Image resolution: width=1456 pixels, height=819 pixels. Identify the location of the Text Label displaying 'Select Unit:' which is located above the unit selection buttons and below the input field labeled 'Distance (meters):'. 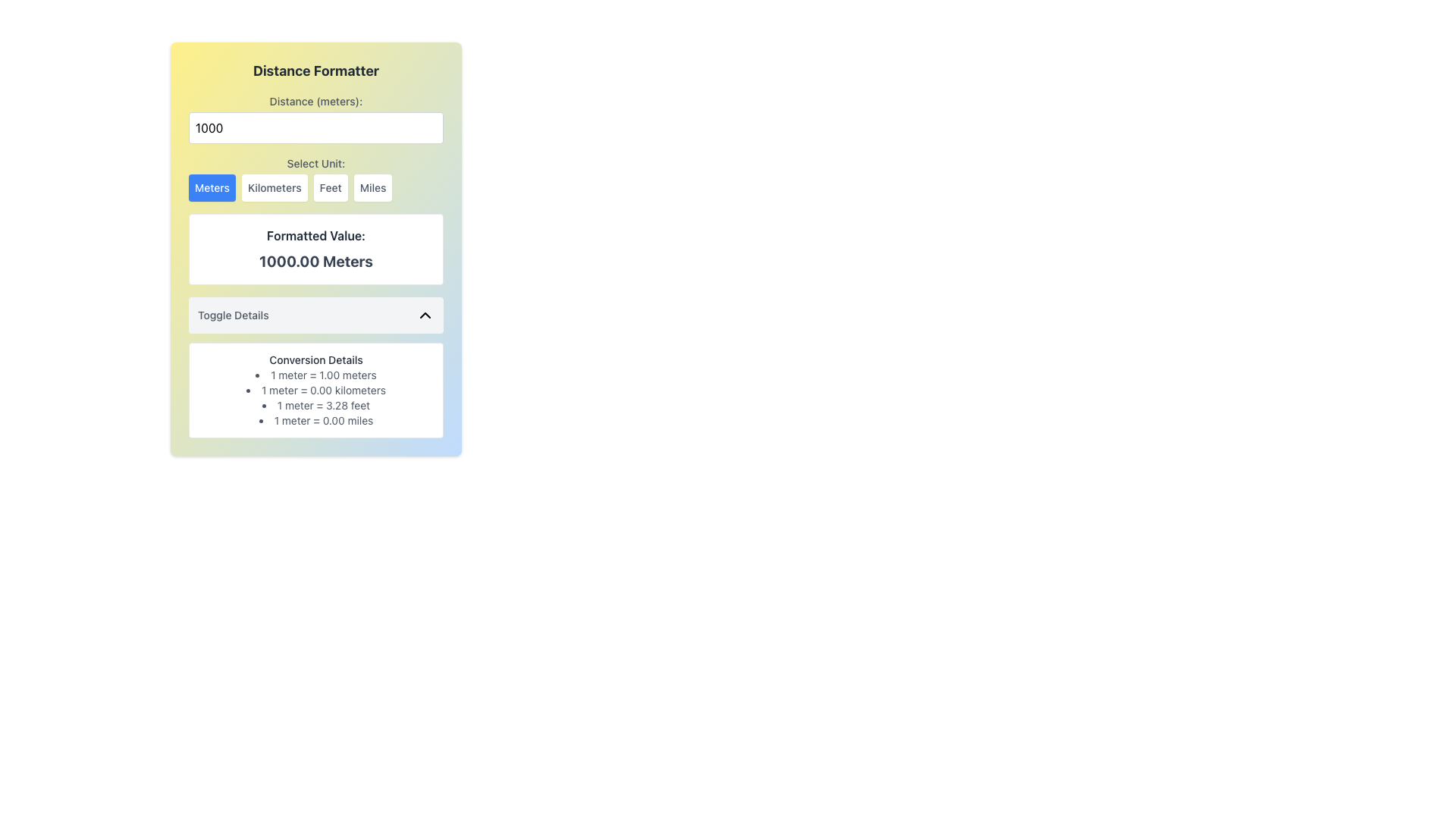
(315, 164).